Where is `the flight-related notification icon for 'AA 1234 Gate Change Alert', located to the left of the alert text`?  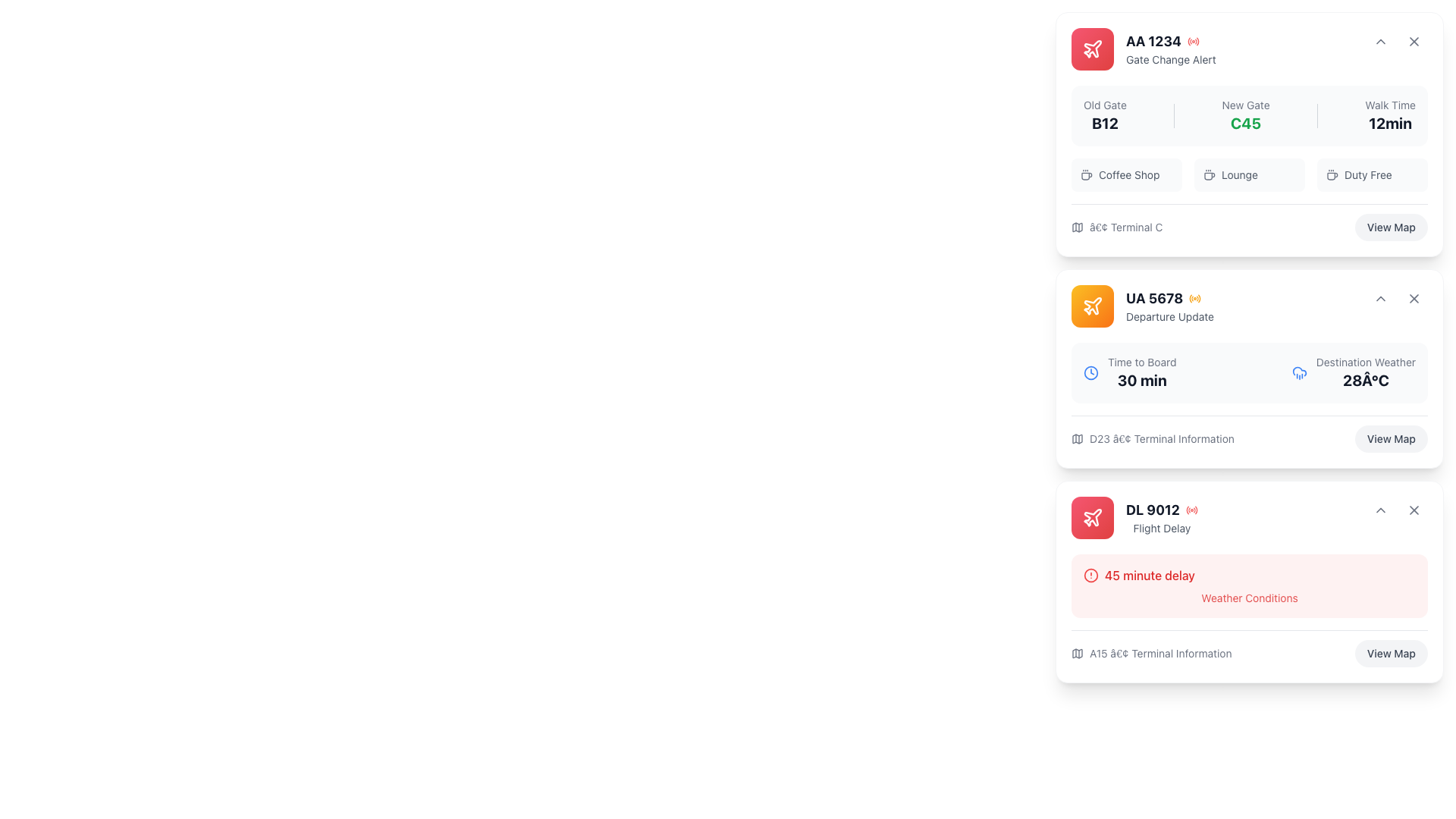 the flight-related notification icon for 'AA 1234 Gate Change Alert', located to the left of the alert text is located at coordinates (1092, 49).